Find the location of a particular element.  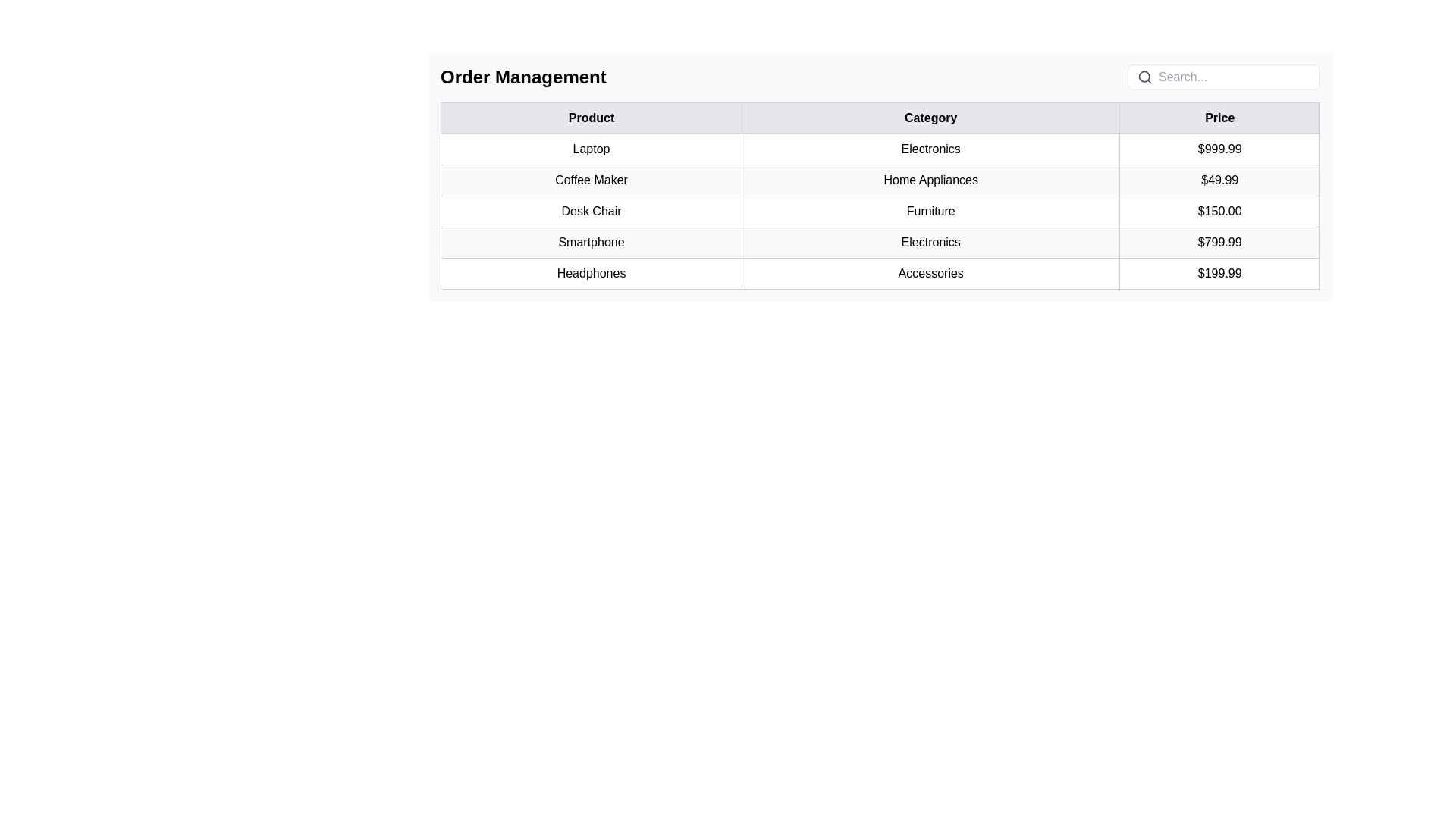

the informational text field categorizing 'Headphones' under the 'Accessories' category located in the fifth row of the table under the 'Category' column is located at coordinates (930, 274).